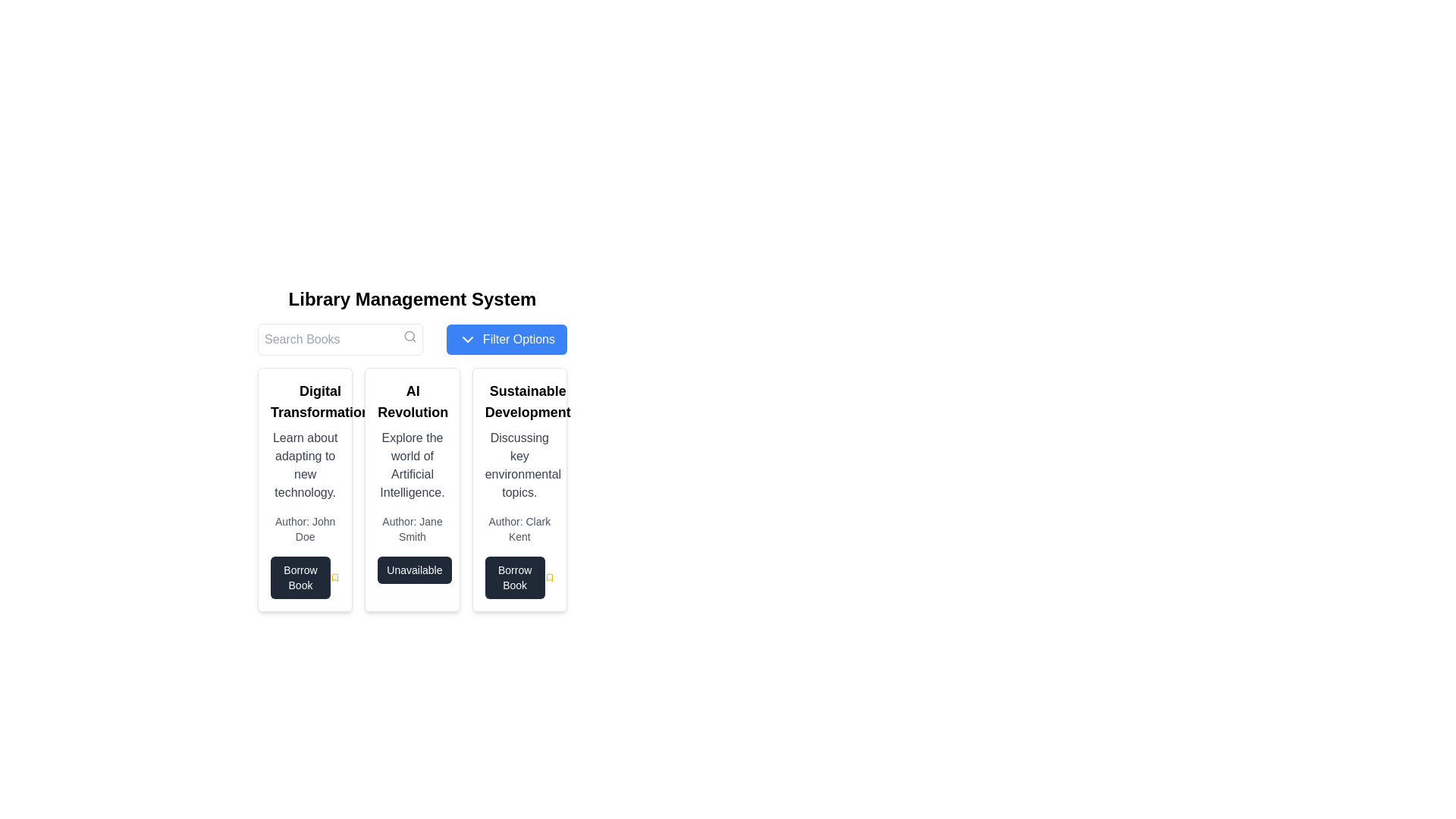 This screenshot has width=1456, height=819. I want to click on the 'AI Revolution' Information Card in the library management interface, so click(412, 489).